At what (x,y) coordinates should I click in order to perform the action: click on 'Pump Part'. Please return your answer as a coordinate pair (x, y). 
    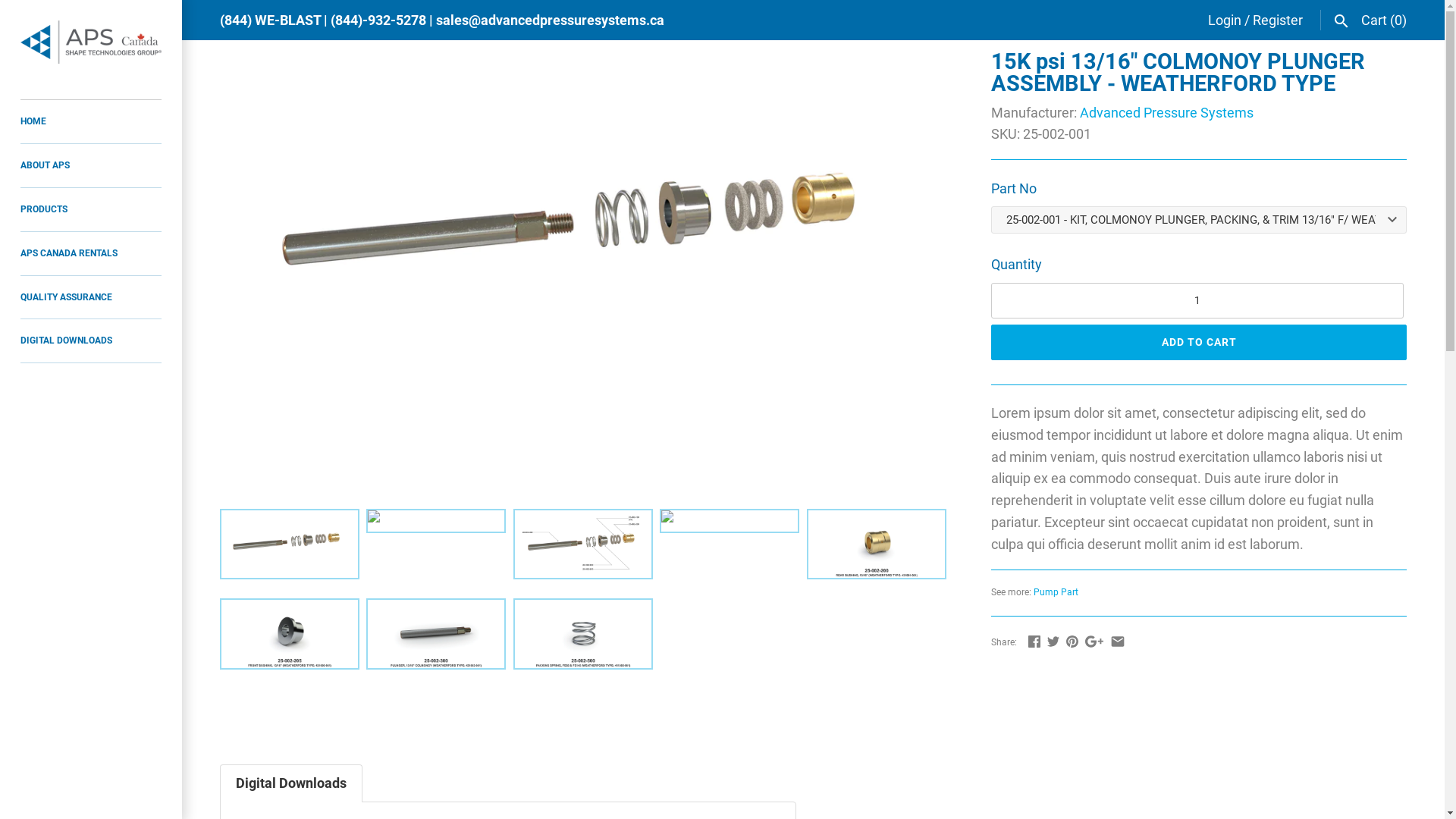
    Looking at the image, I should click on (1055, 591).